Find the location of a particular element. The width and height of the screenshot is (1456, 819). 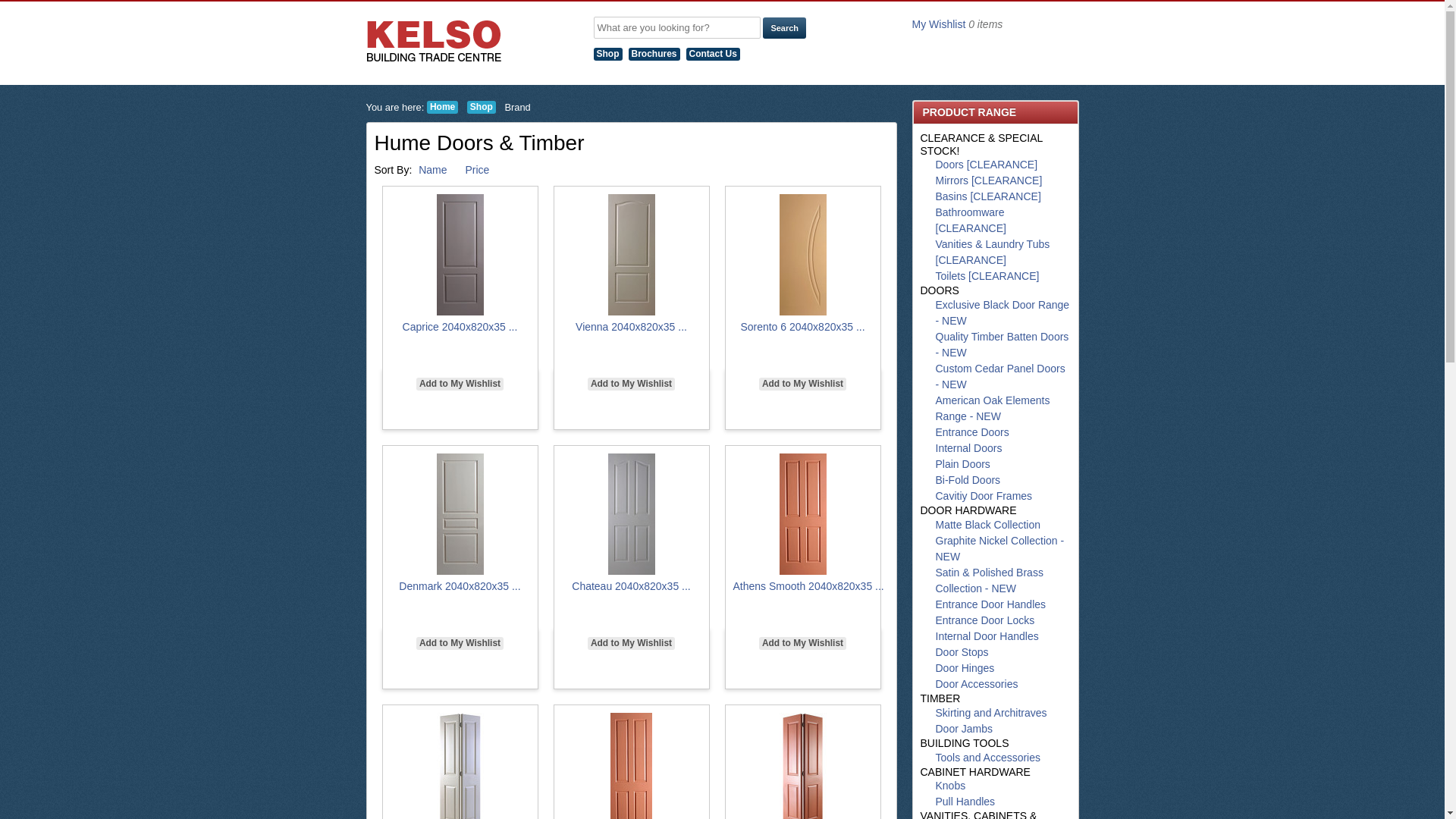

'Satin & Polished Brass Collection - NEW' is located at coordinates (990, 580).